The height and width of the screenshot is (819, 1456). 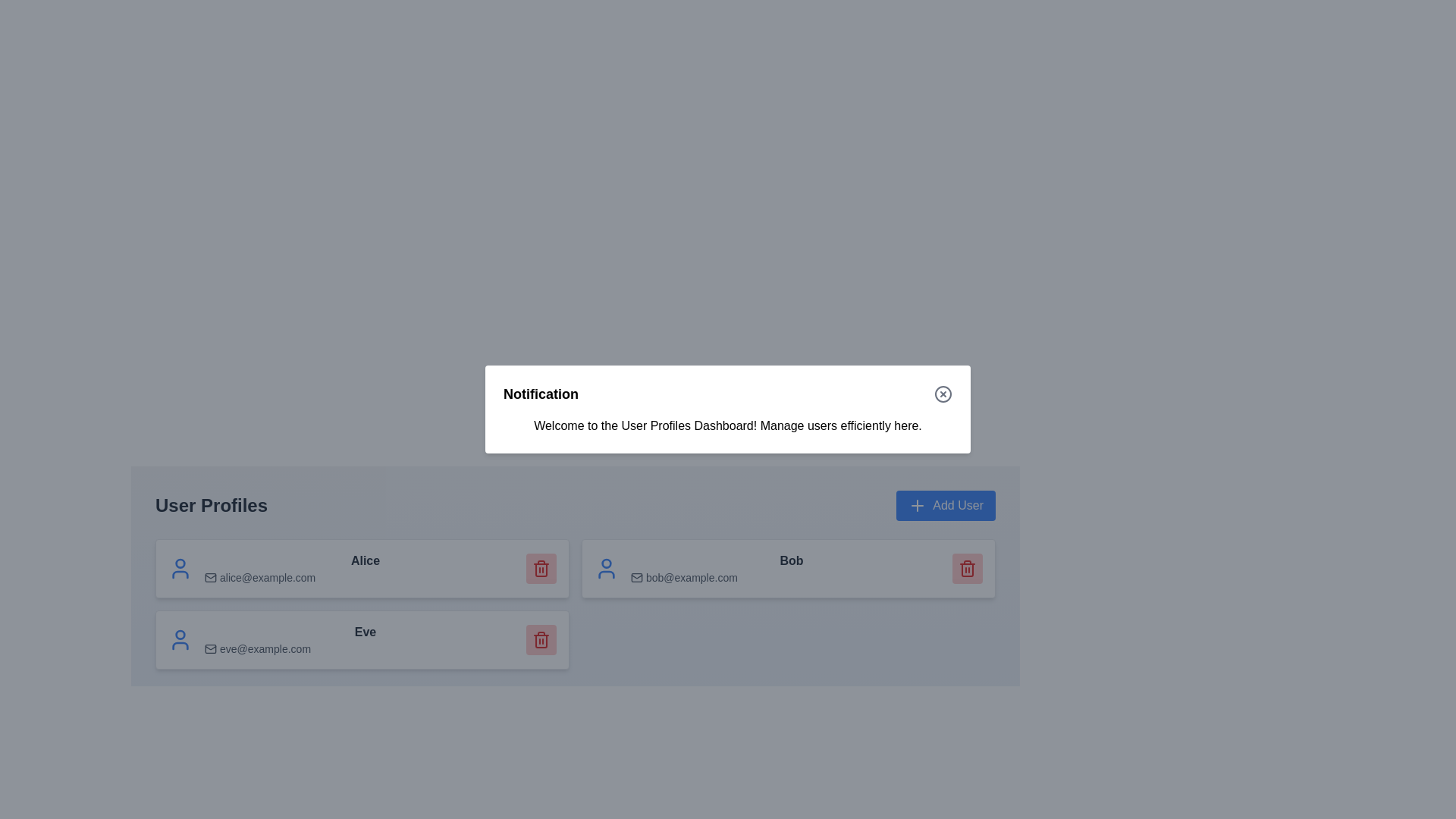 What do you see at coordinates (365, 632) in the screenshot?
I see `the text label 'Eve', which is displayed in bold dark-gray color and positioned within the user card layout, located between the avatar icon and the email address` at bounding box center [365, 632].